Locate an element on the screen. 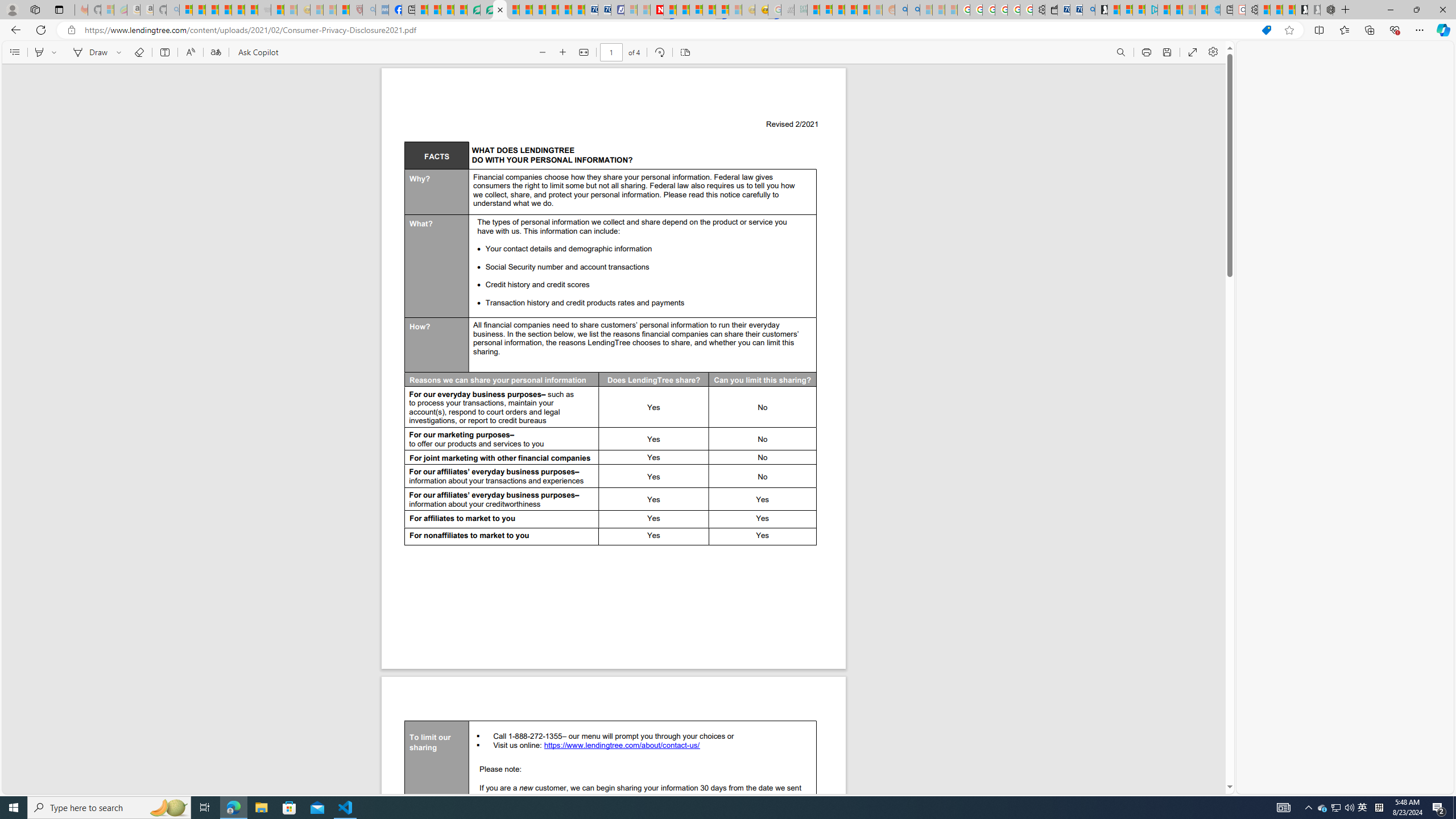 This screenshot has height=819, width=1456. 'Fit to width (Ctrl+\)' is located at coordinates (582, 52).